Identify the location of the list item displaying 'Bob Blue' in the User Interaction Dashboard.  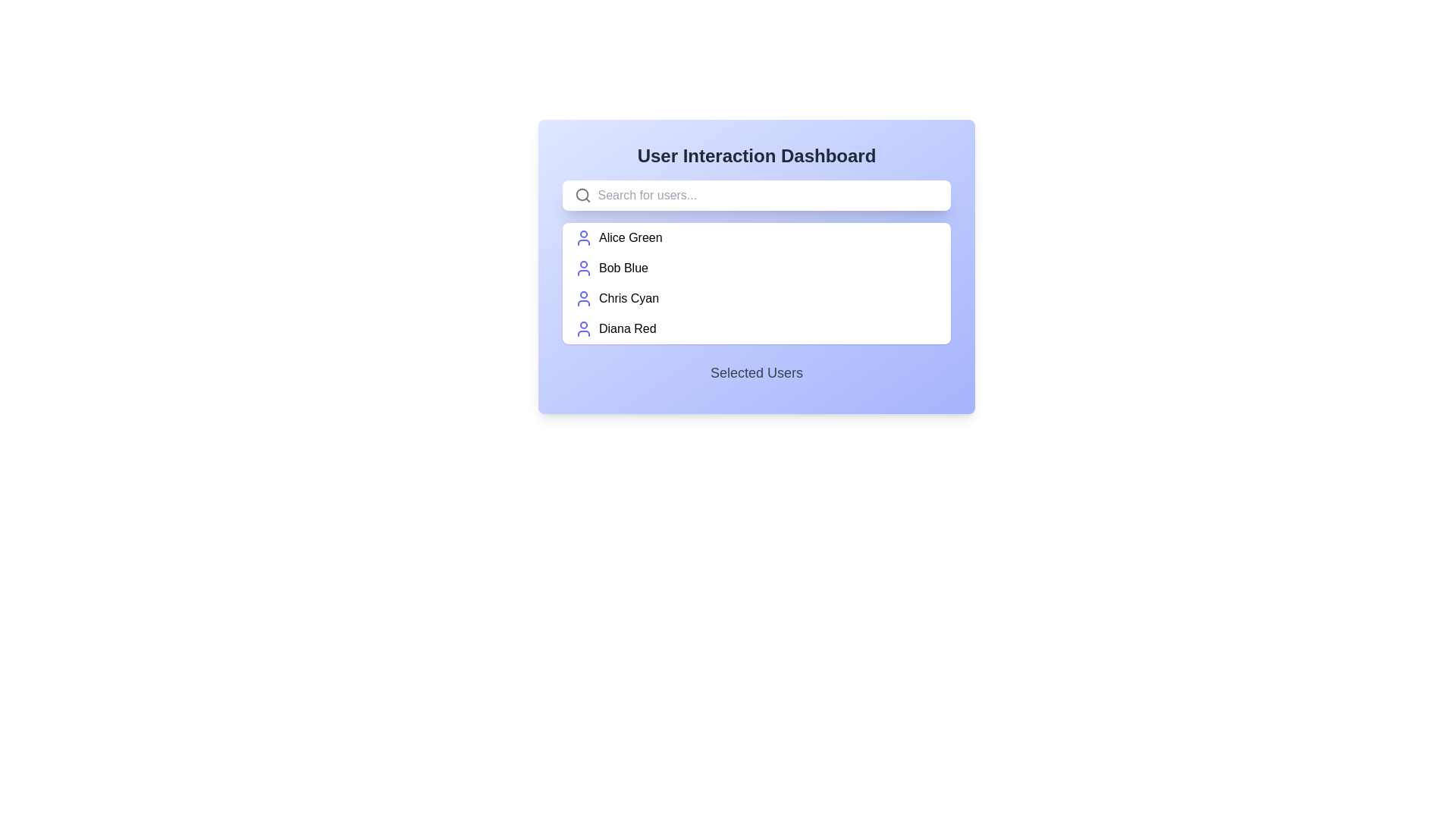
(757, 268).